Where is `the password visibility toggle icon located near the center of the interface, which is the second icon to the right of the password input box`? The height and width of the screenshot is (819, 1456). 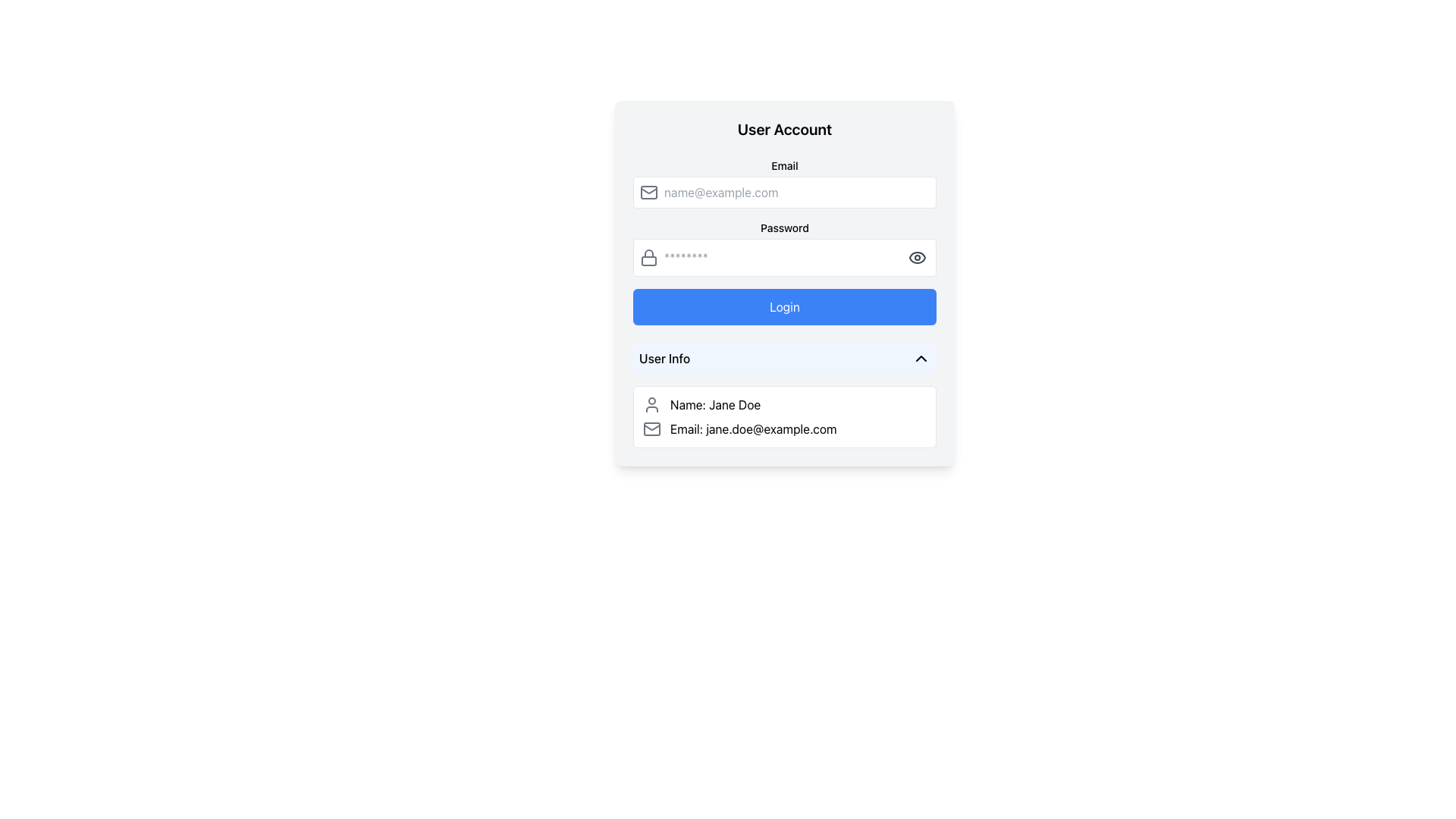 the password visibility toggle icon located near the center of the interface, which is the second icon to the right of the password input box is located at coordinates (916, 256).